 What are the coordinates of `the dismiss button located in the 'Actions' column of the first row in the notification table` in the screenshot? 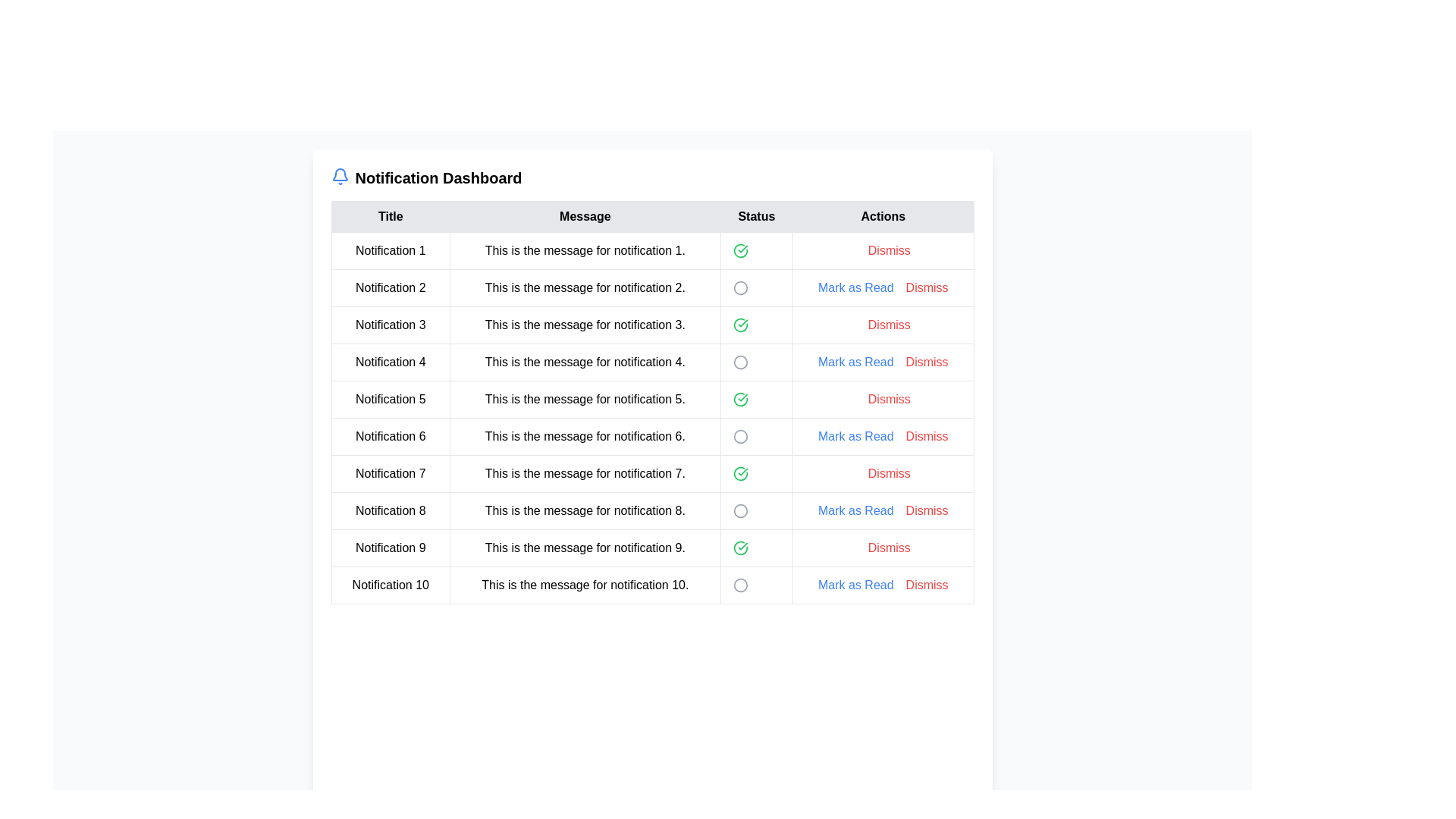 It's located at (883, 250).